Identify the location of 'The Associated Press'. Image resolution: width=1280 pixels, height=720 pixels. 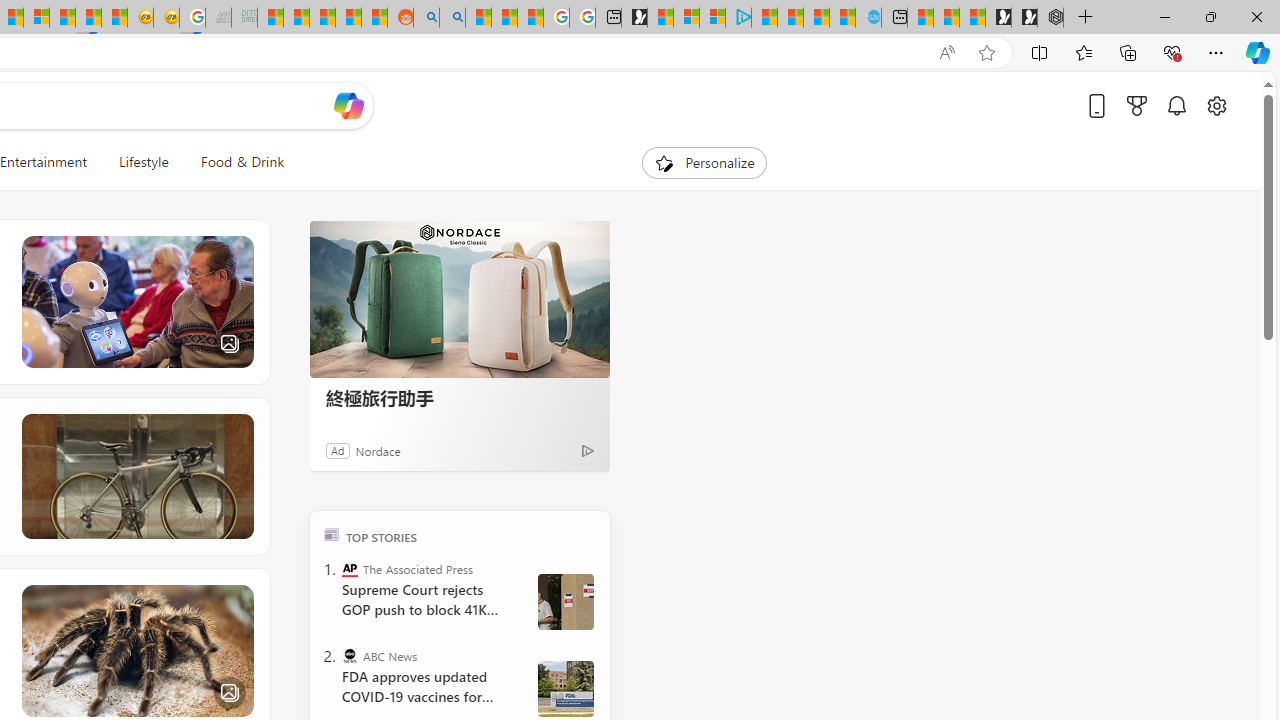
(350, 568).